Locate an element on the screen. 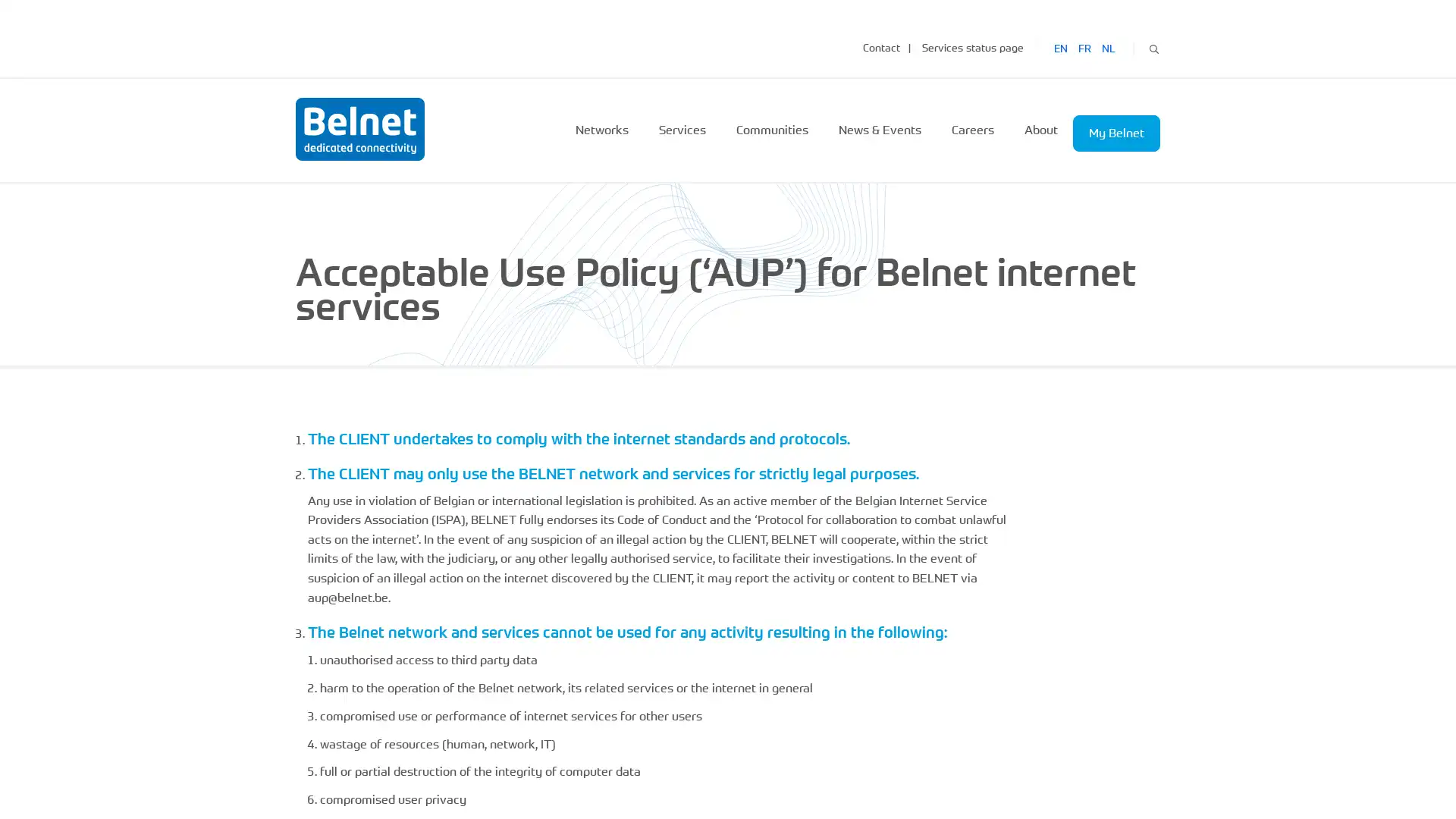  Search is located at coordinates (1153, 46).